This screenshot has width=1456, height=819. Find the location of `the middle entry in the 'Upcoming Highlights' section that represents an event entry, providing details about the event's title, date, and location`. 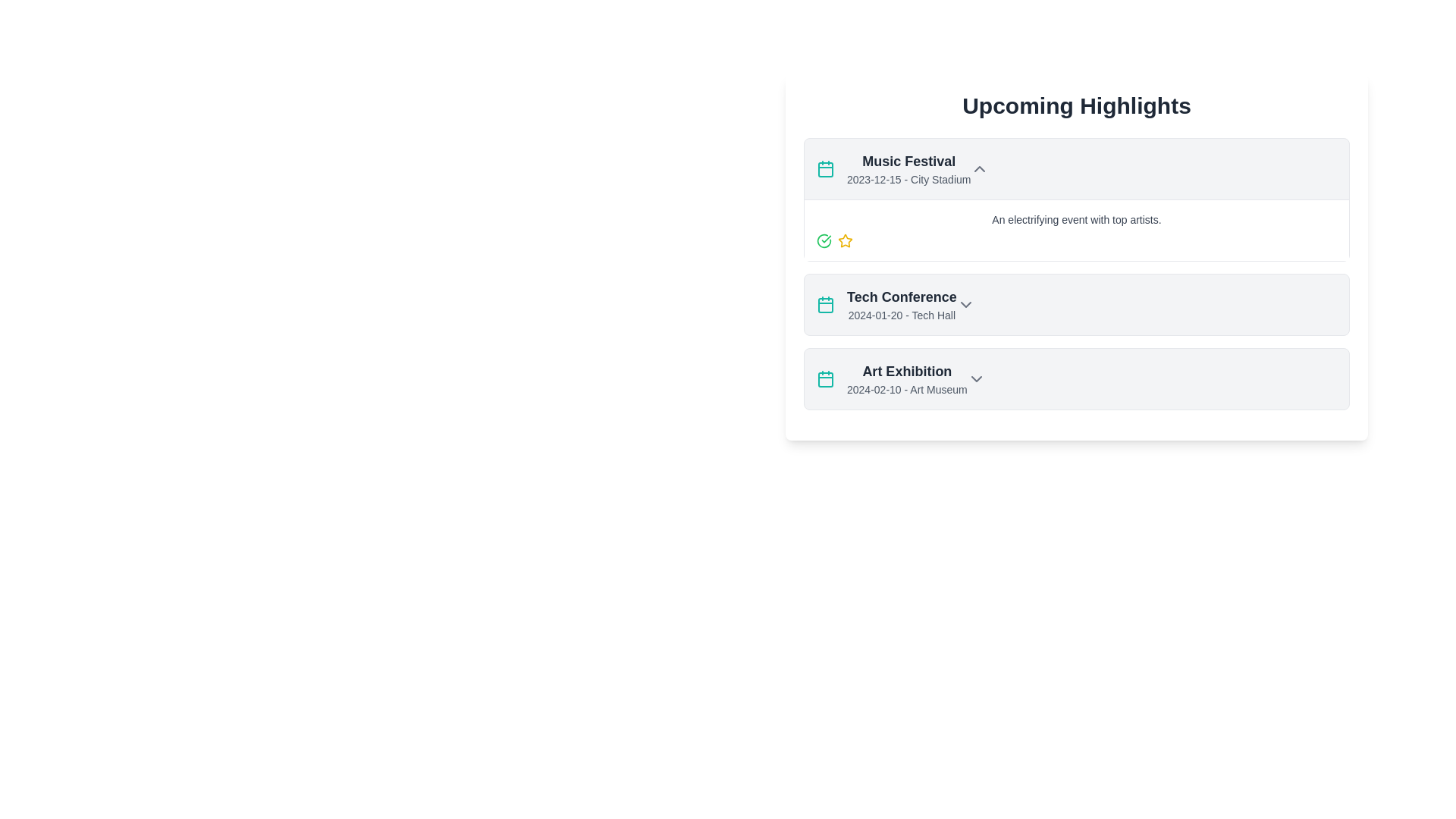

the middle entry in the 'Upcoming Highlights' section that represents an event entry, providing details about the event's title, date, and location is located at coordinates (1076, 304).